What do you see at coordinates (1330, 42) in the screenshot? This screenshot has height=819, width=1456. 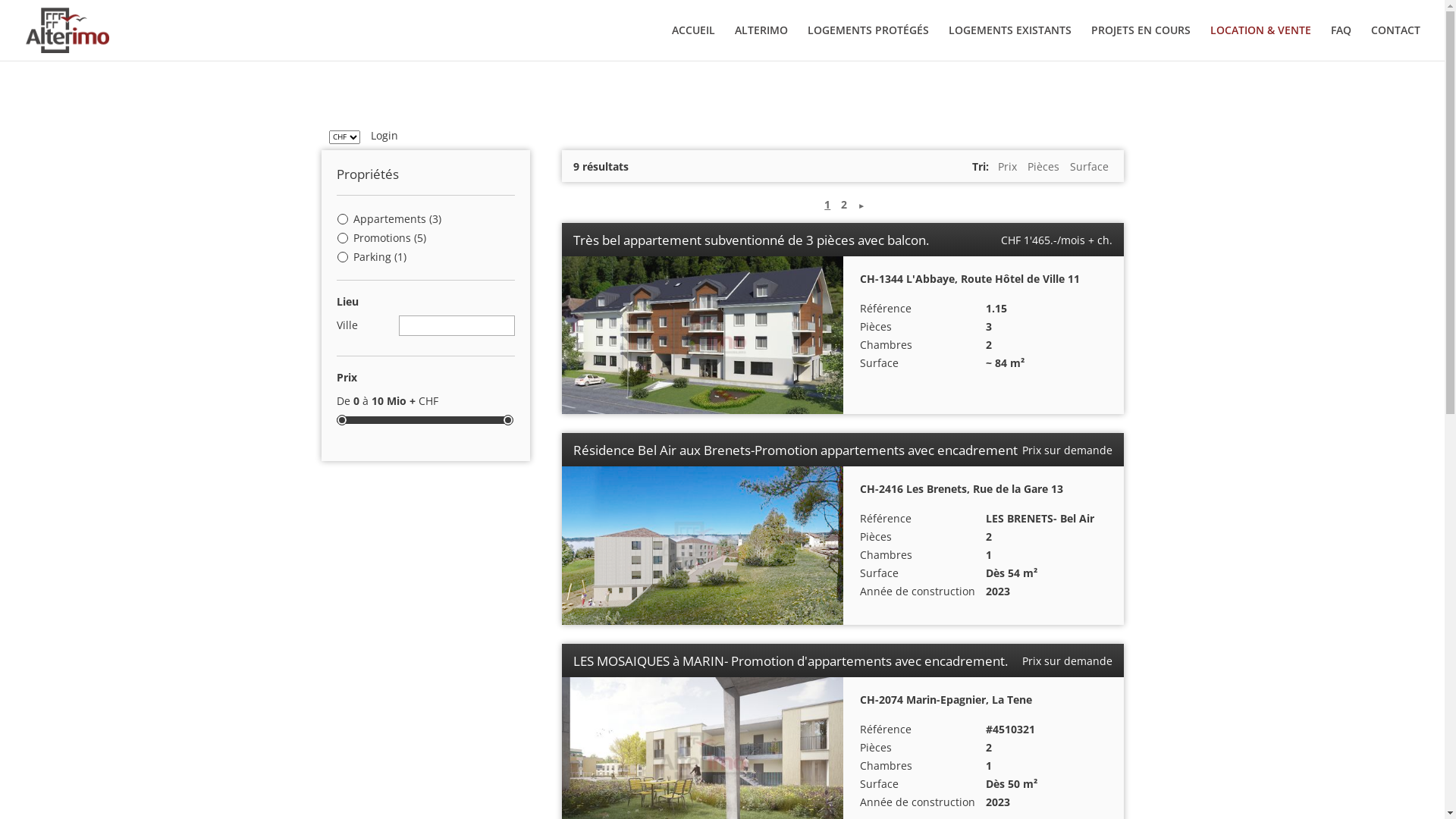 I see `'FAQ'` at bounding box center [1330, 42].